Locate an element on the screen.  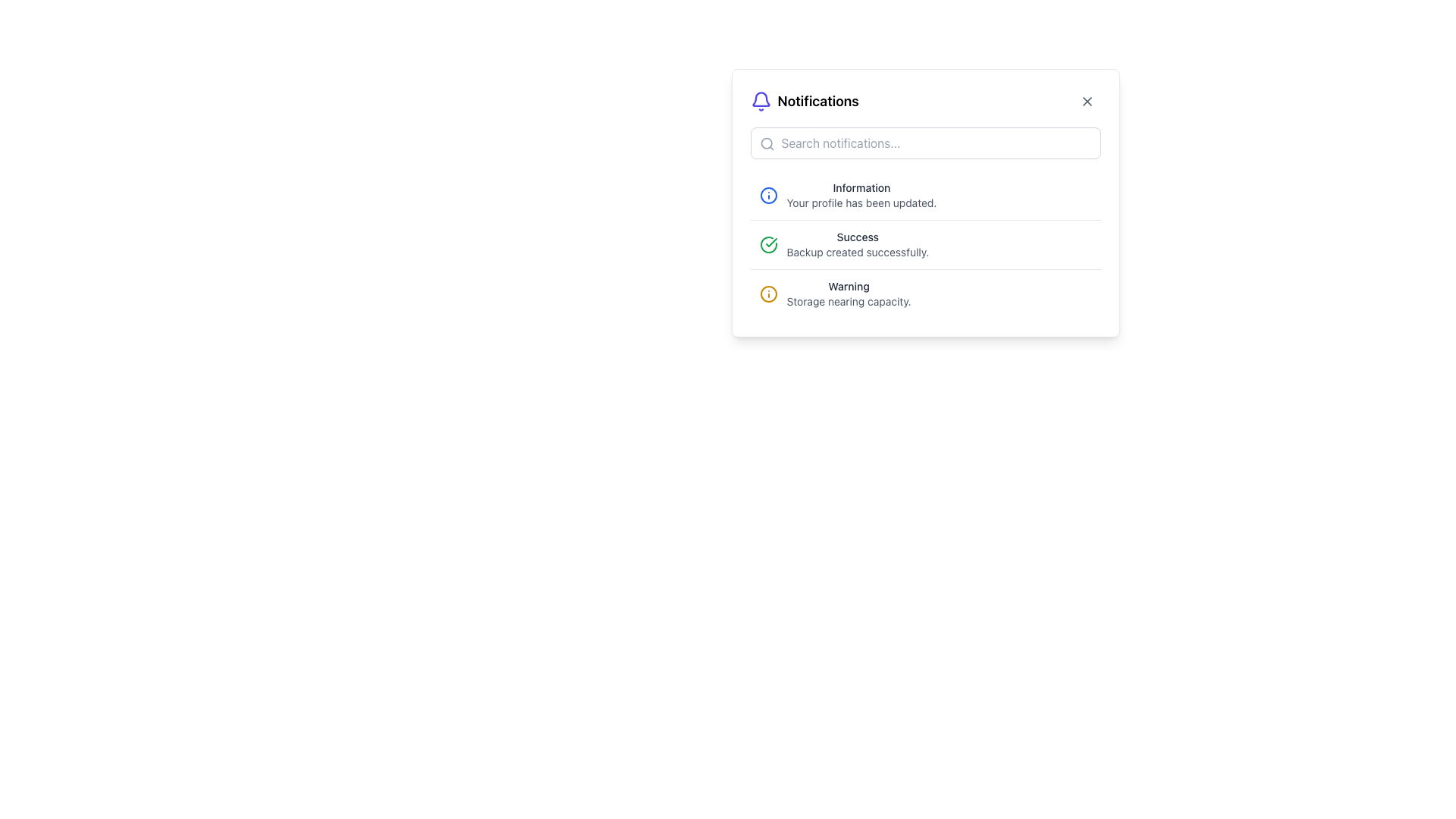
the bell icon with a blue outline, located near the header titled 'Notifications' is located at coordinates (761, 102).